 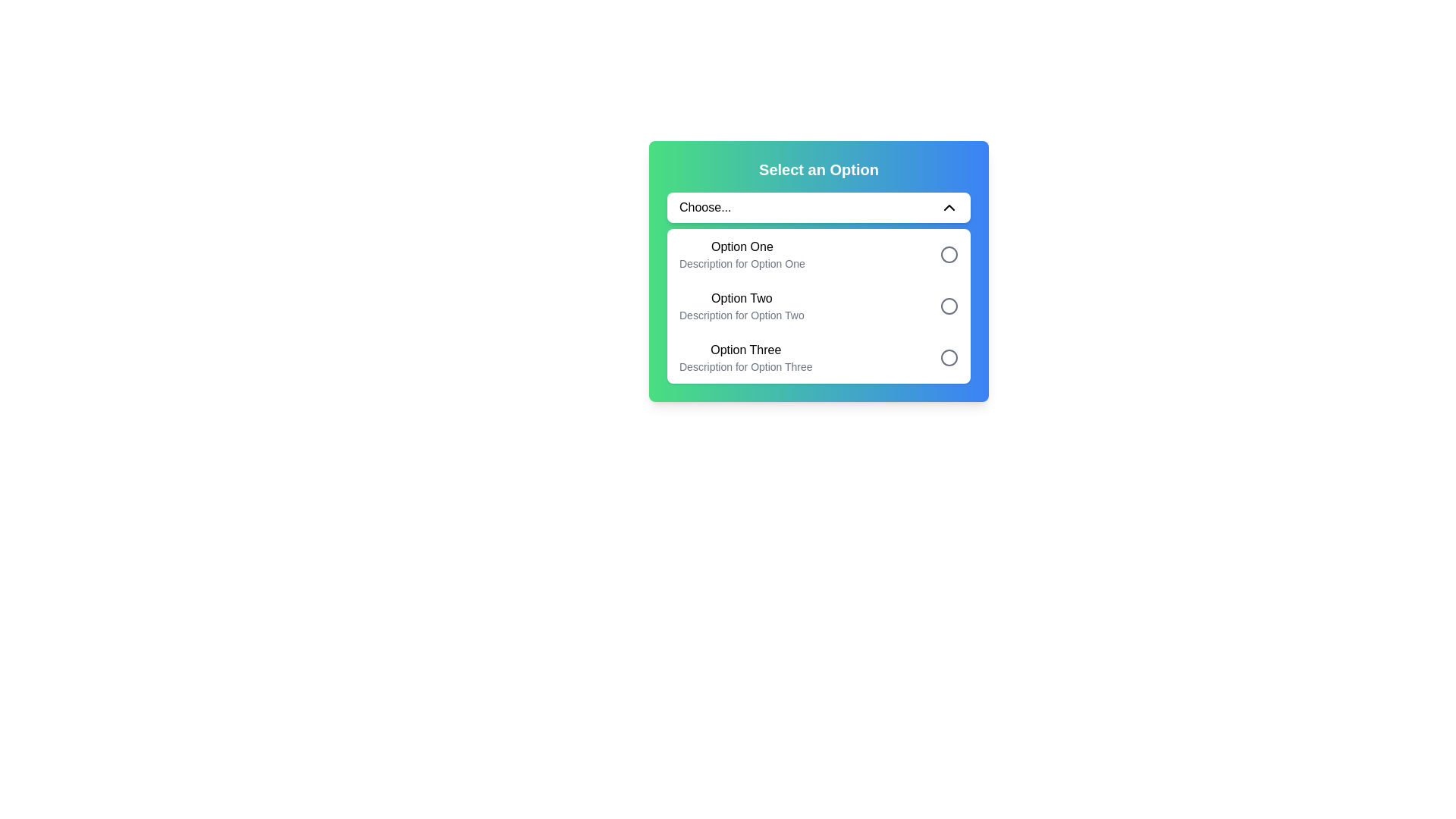 What do you see at coordinates (745, 366) in the screenshot?
I see `the text label styled in a smaller font size, appearing in gray, located directly below the bold title 'Option Three' in the dropdown menu` at bounding box center [745, 366].